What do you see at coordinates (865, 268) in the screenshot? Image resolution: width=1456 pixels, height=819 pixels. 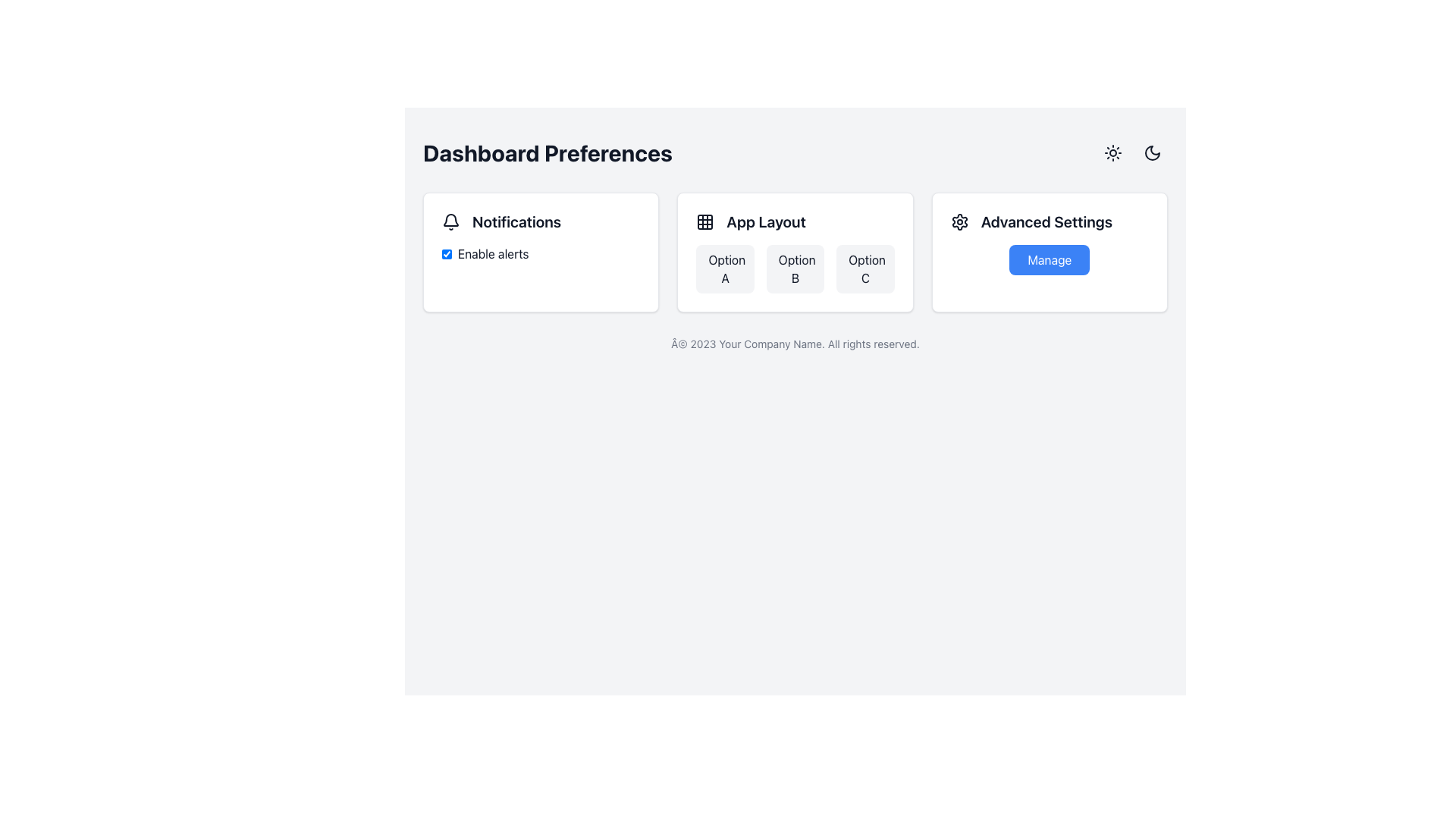 I see `the 'Option C' button, which is a rectangular button with a light gray background and bold black text` at bounding box center [865, 268].